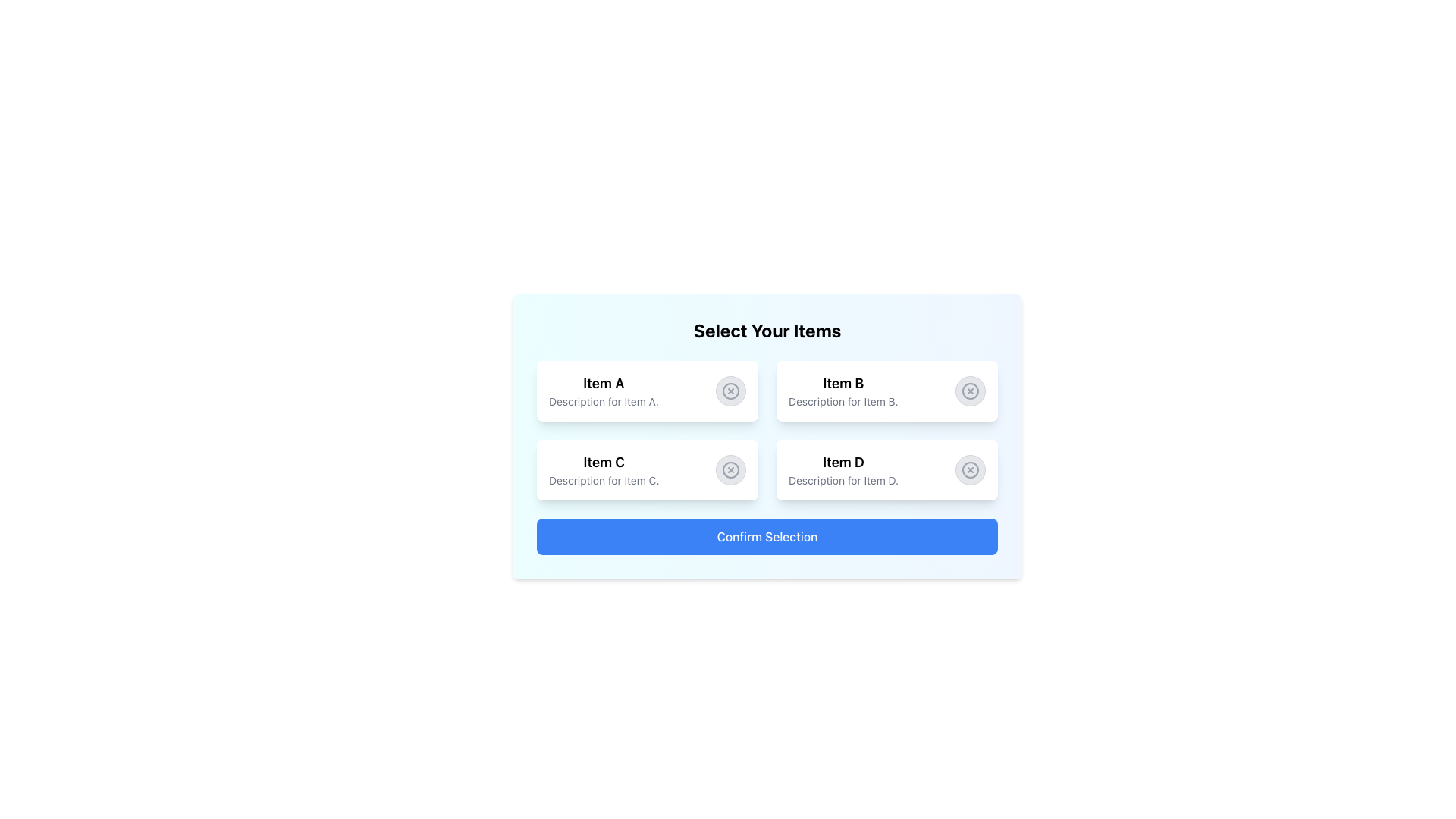 The height and width of the screenshot is (819, 1456). I want to click on circular graphical element in the top-right corner of 'Item B' for debugging purposes, so click(971, 391).